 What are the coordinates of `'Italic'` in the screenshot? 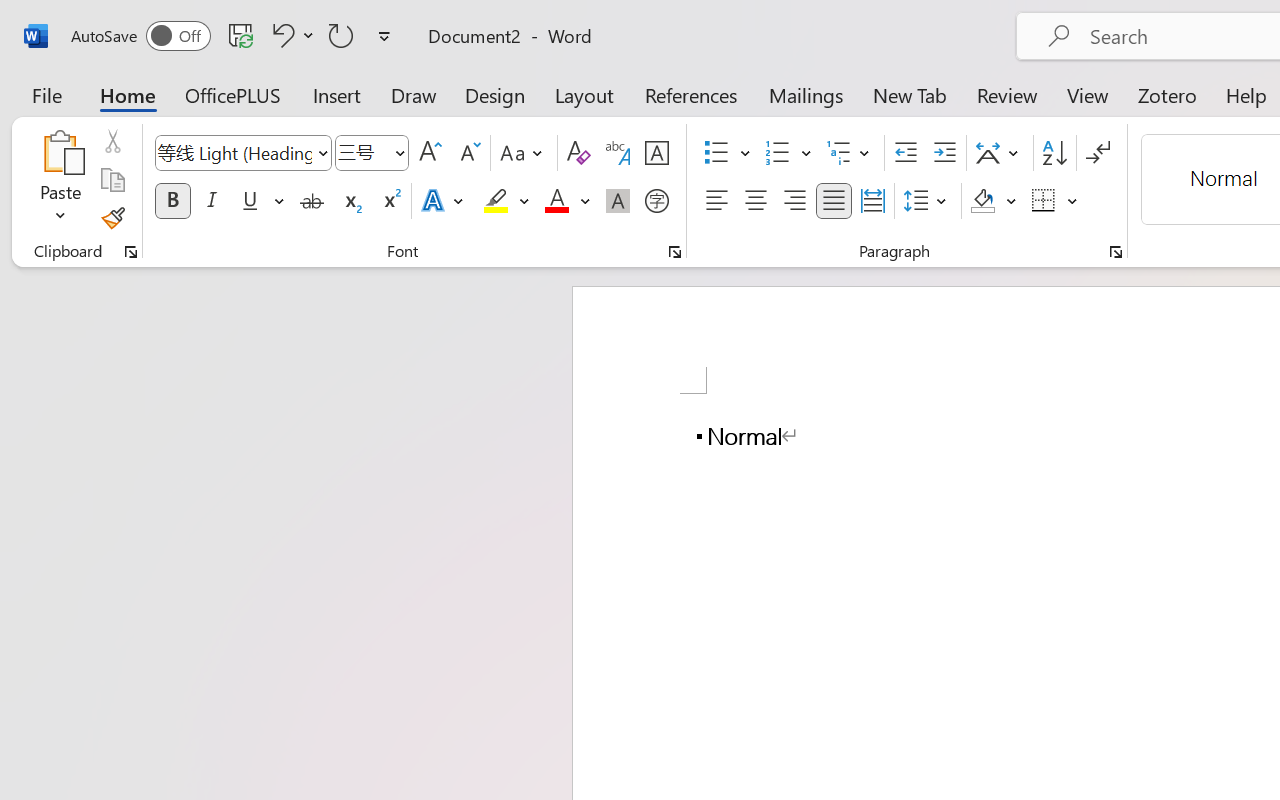 It's located at (212, 201).